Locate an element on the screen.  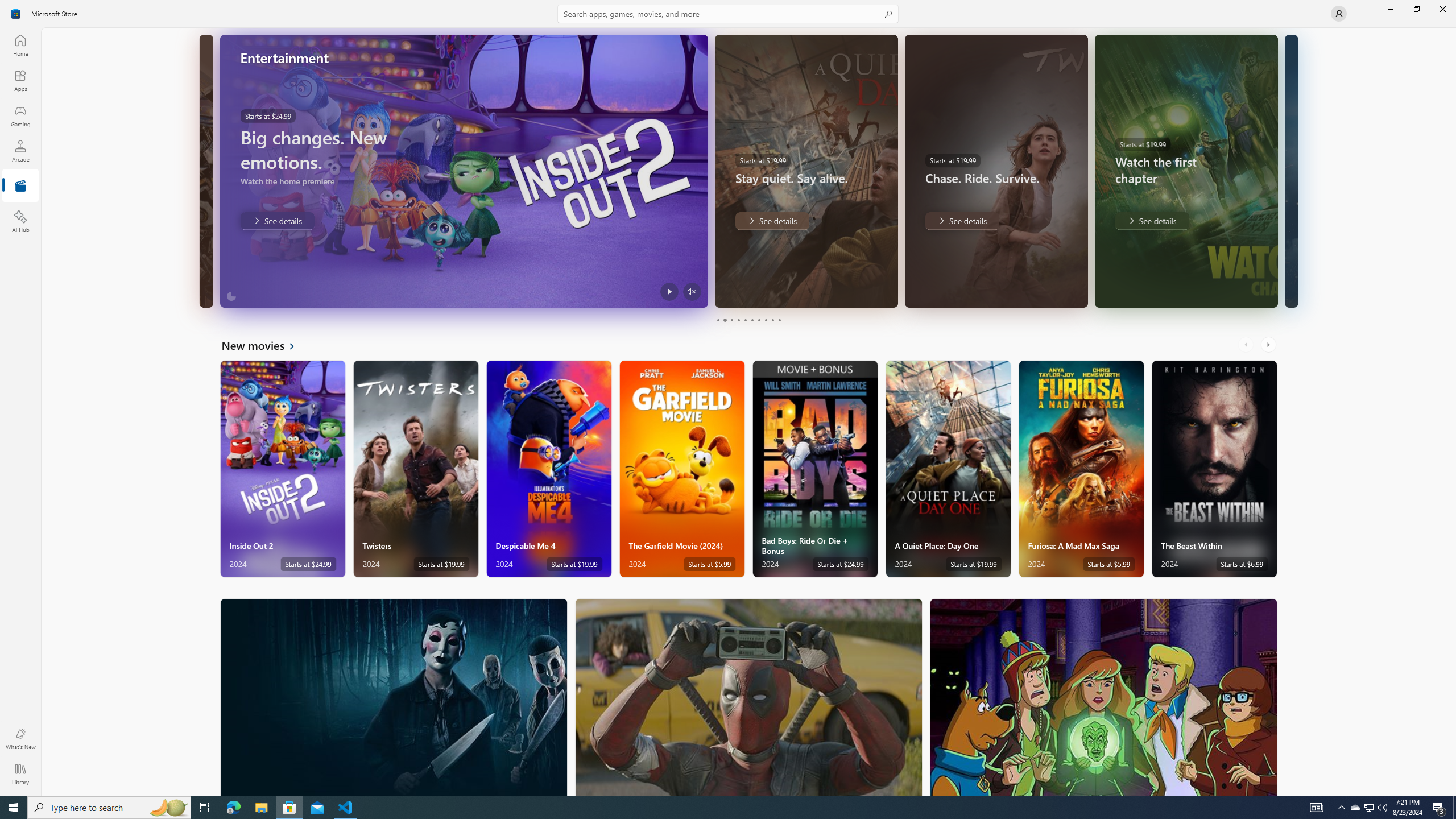
'Page 7' is located at coordinates (758, 320).